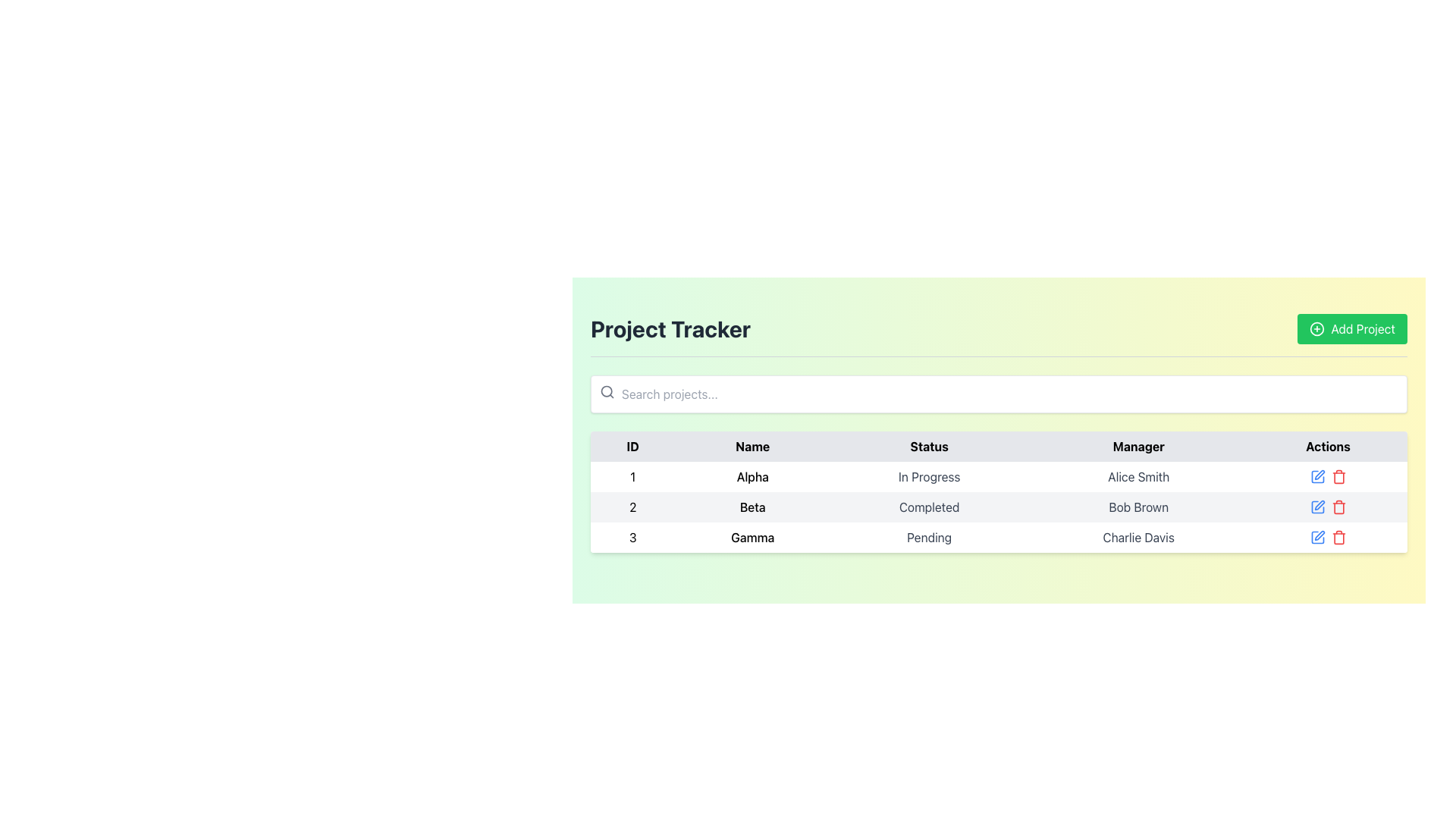 The image size is (1456, 819). What do you see at coordinates (1316, 328) in the screenshot?
I see `the SVG circle that forms the outer circular boundary of the add icon, located at the top right inside the green 'Add Project' button` at bounding box center [1316, 328].